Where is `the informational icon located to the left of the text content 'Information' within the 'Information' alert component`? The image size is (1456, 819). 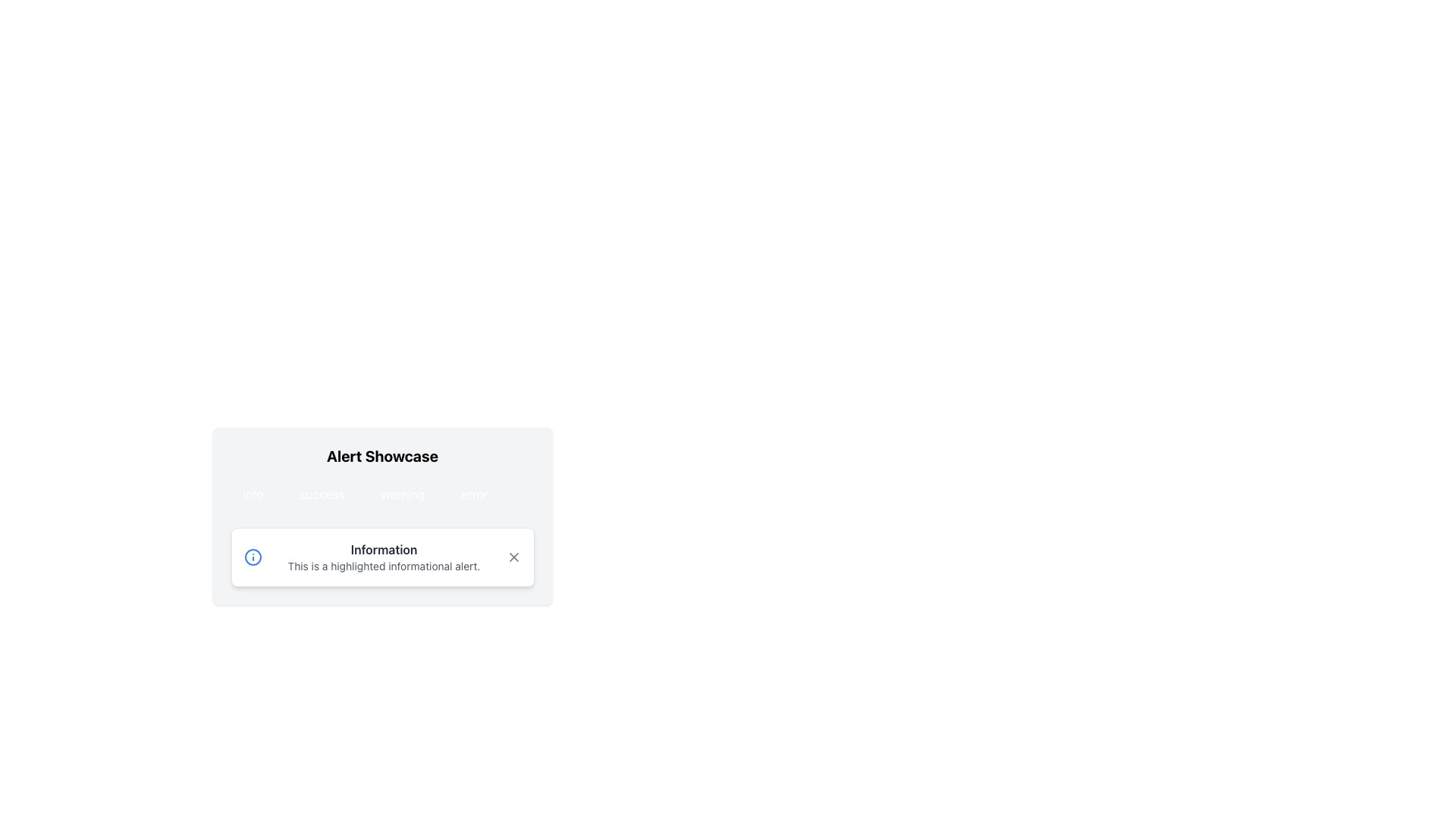 the informational icon located to the left of the text content 'Information' within the 'Information' alert component is located at coordinates (253, 557).